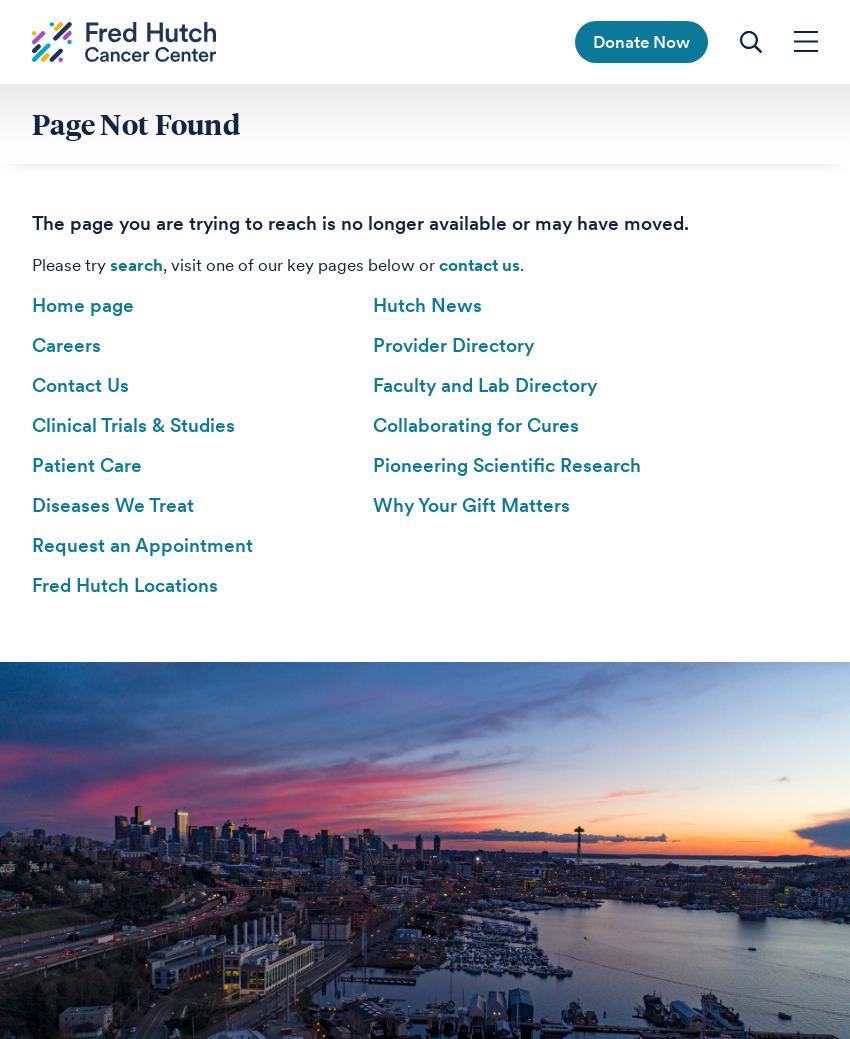  What do you see at coordinates (108, 265) in the screenshot?
I see `'search'` at bounding box center [108, 265].